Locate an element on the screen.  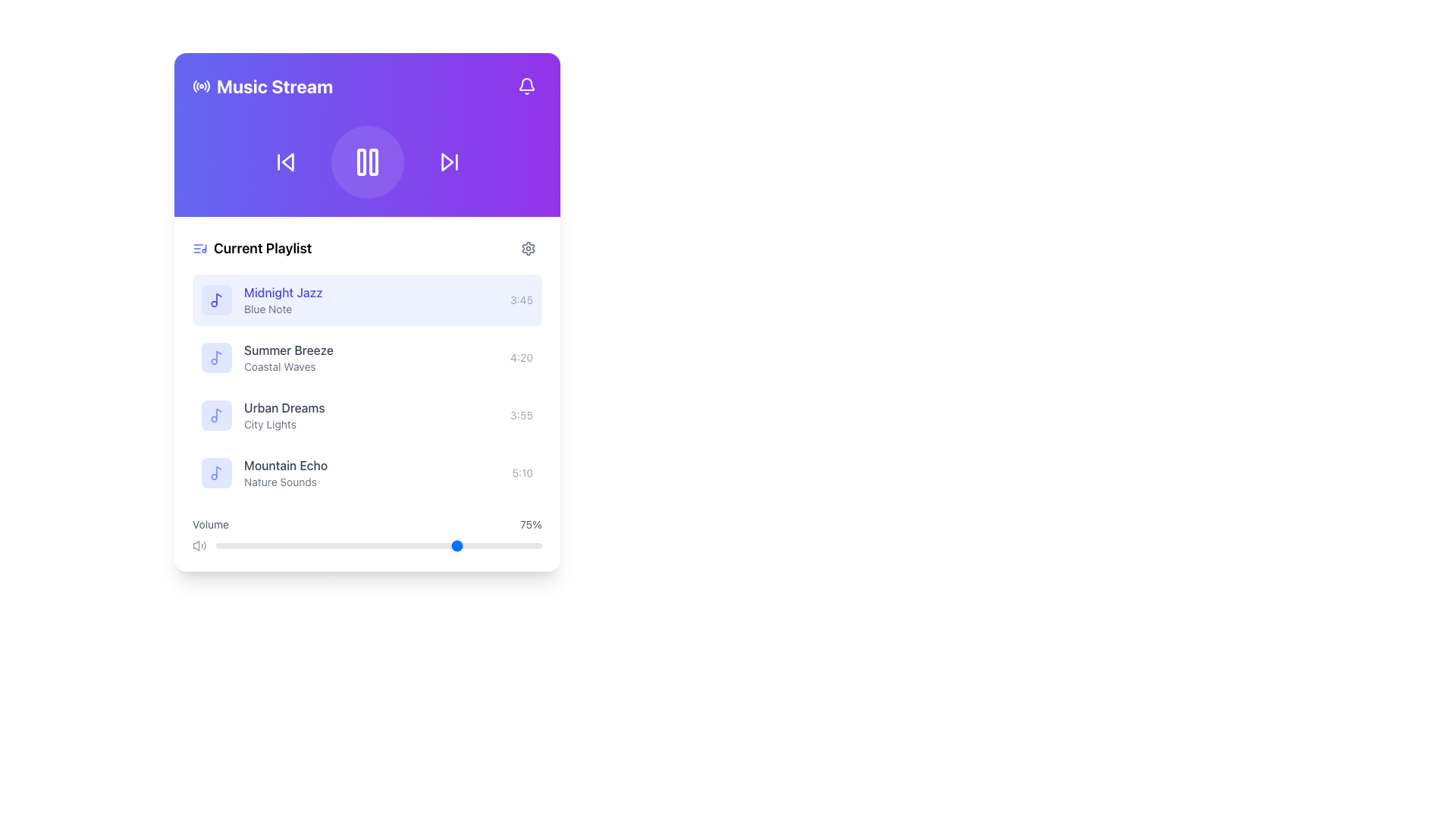
the bell-shaped icon located in the upper-right corner of the purple header section is located at coordinates (527, 86).